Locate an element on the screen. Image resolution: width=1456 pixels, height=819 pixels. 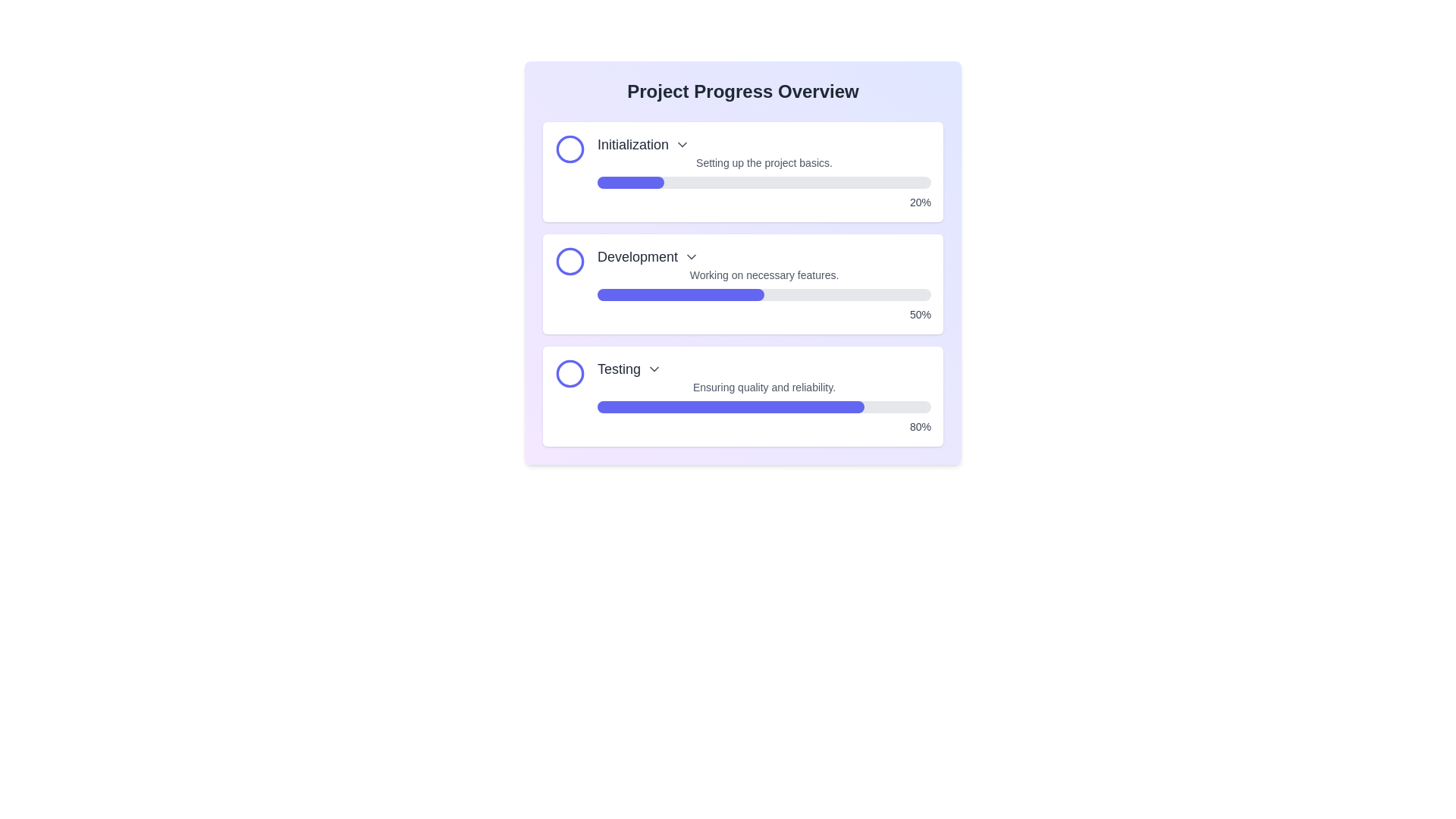
the dropdown indicator icon next to the 'Development' text is located at coordinates (691, 256).